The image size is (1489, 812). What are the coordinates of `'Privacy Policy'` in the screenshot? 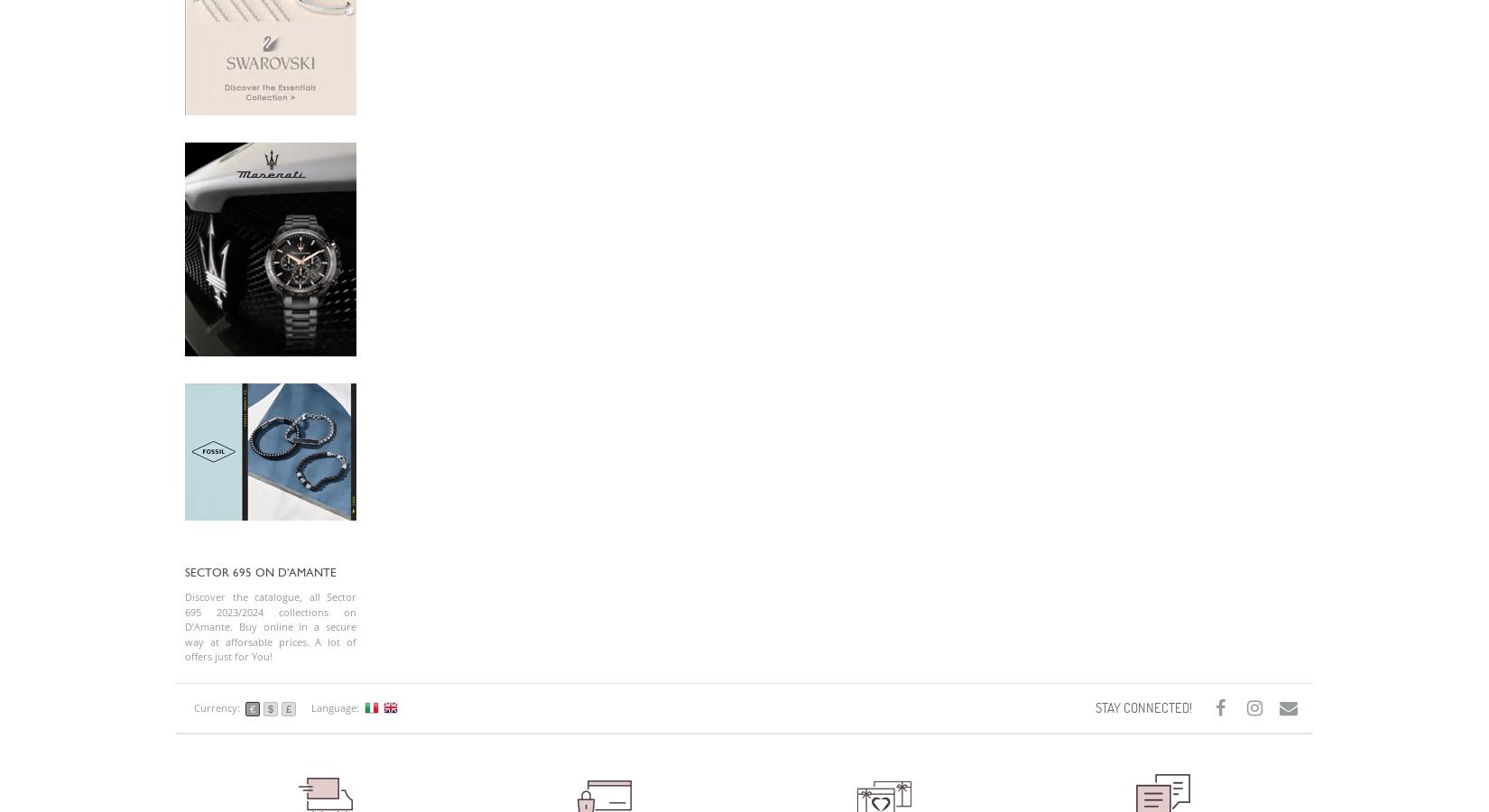 It's located at (184, 161).